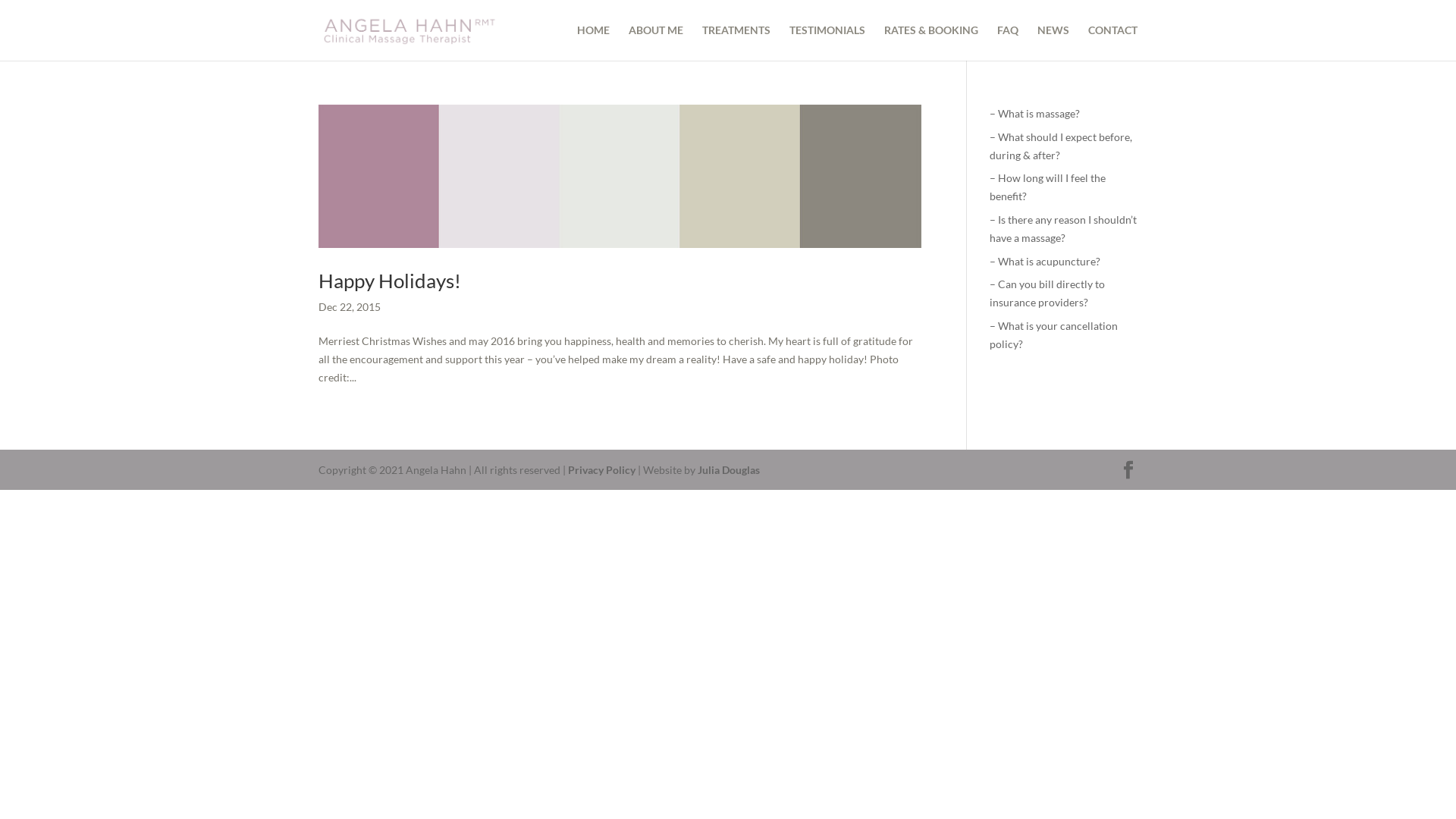 This screenshot has height=819, width=1456. Describe the element at coordinates (1008, 42) in the screenshot. I see `'FAQ'` at that location.